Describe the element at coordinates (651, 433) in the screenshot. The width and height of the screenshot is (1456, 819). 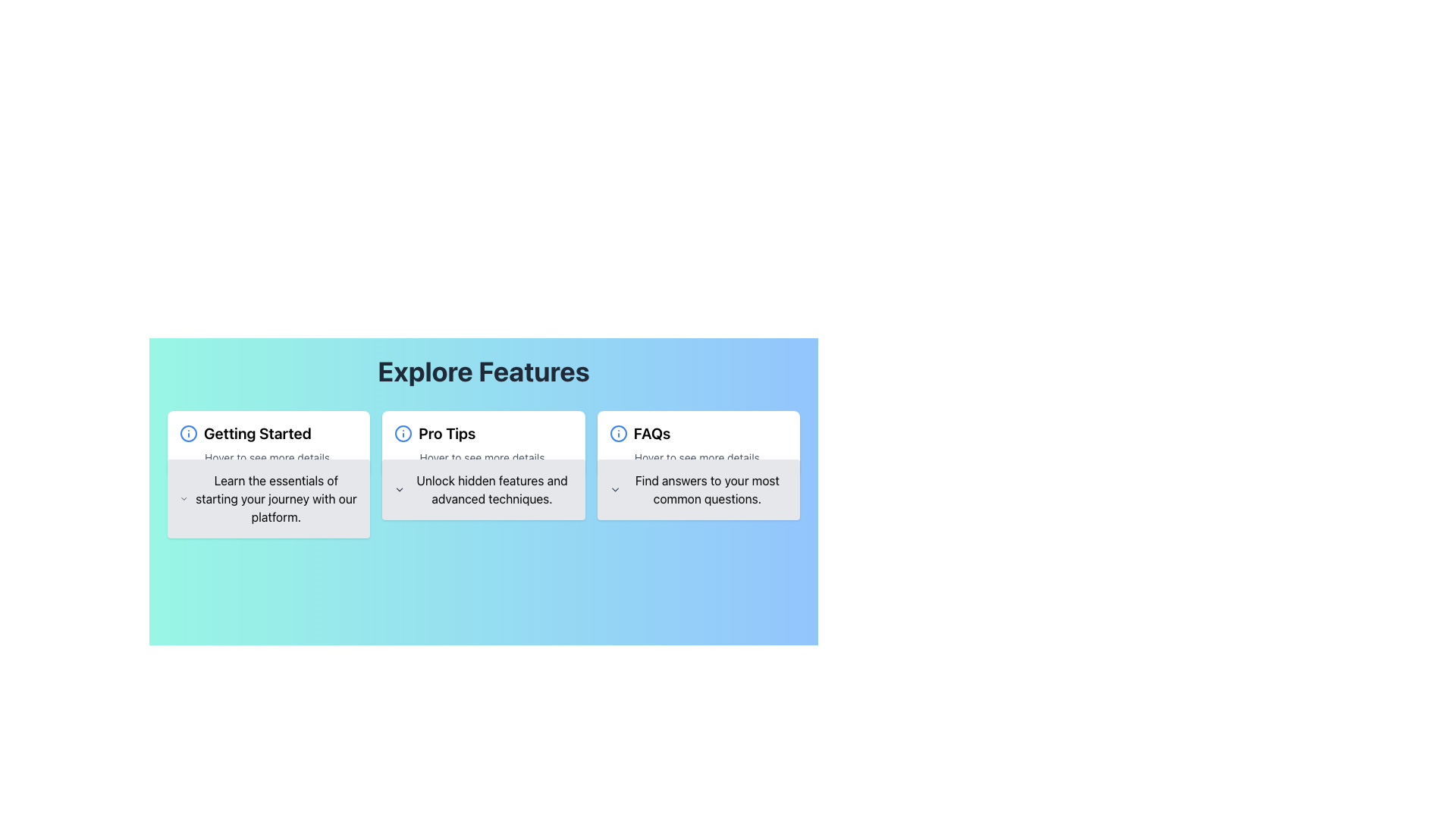
I see `the title text element indicating 'Frequently Asked Questions' located in the top right card beneath the header 'Explore Features'` at that location.